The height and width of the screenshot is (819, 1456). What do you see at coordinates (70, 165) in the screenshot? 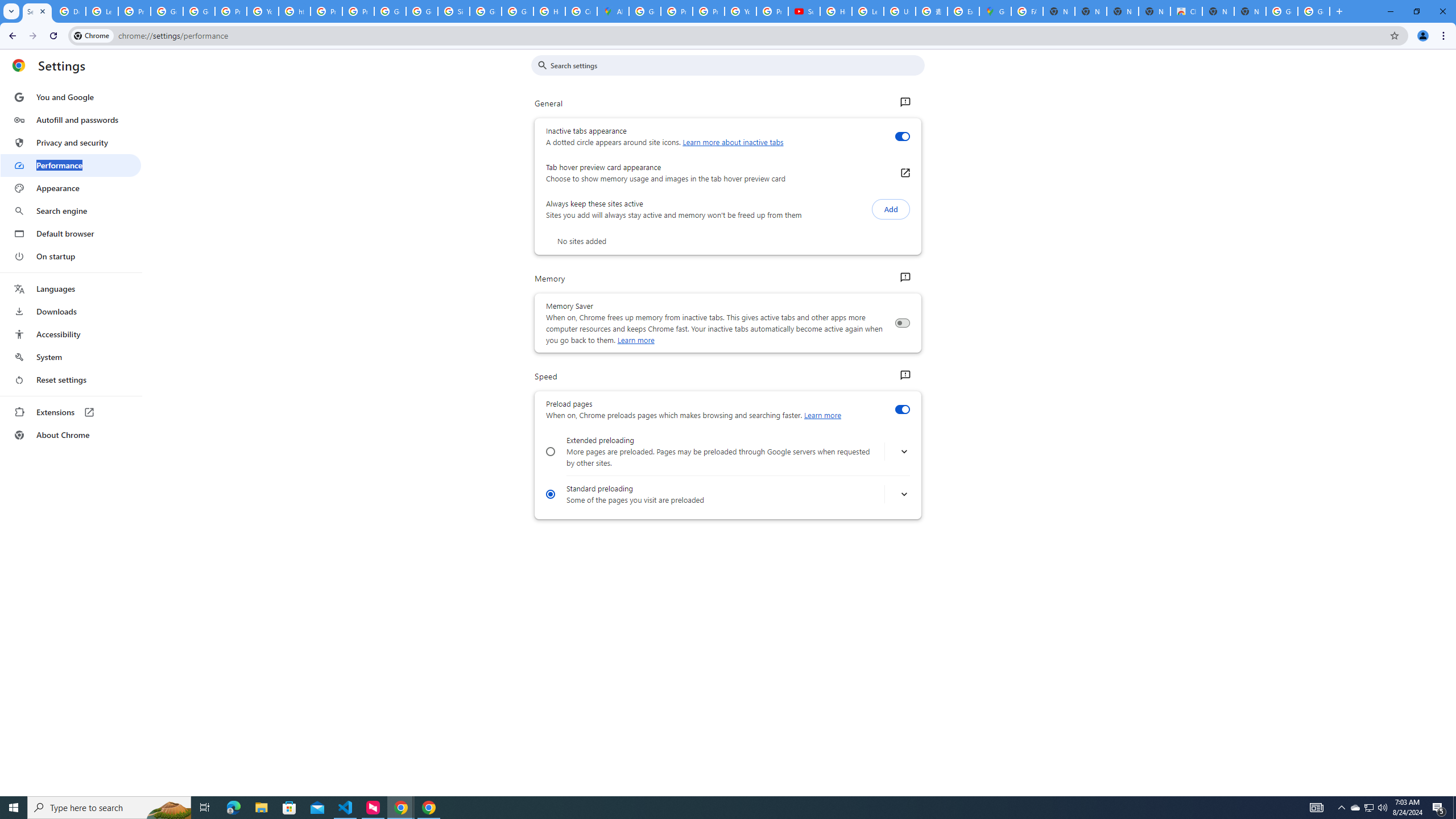
I see `'Performance'` at bounding box center [70, 165].